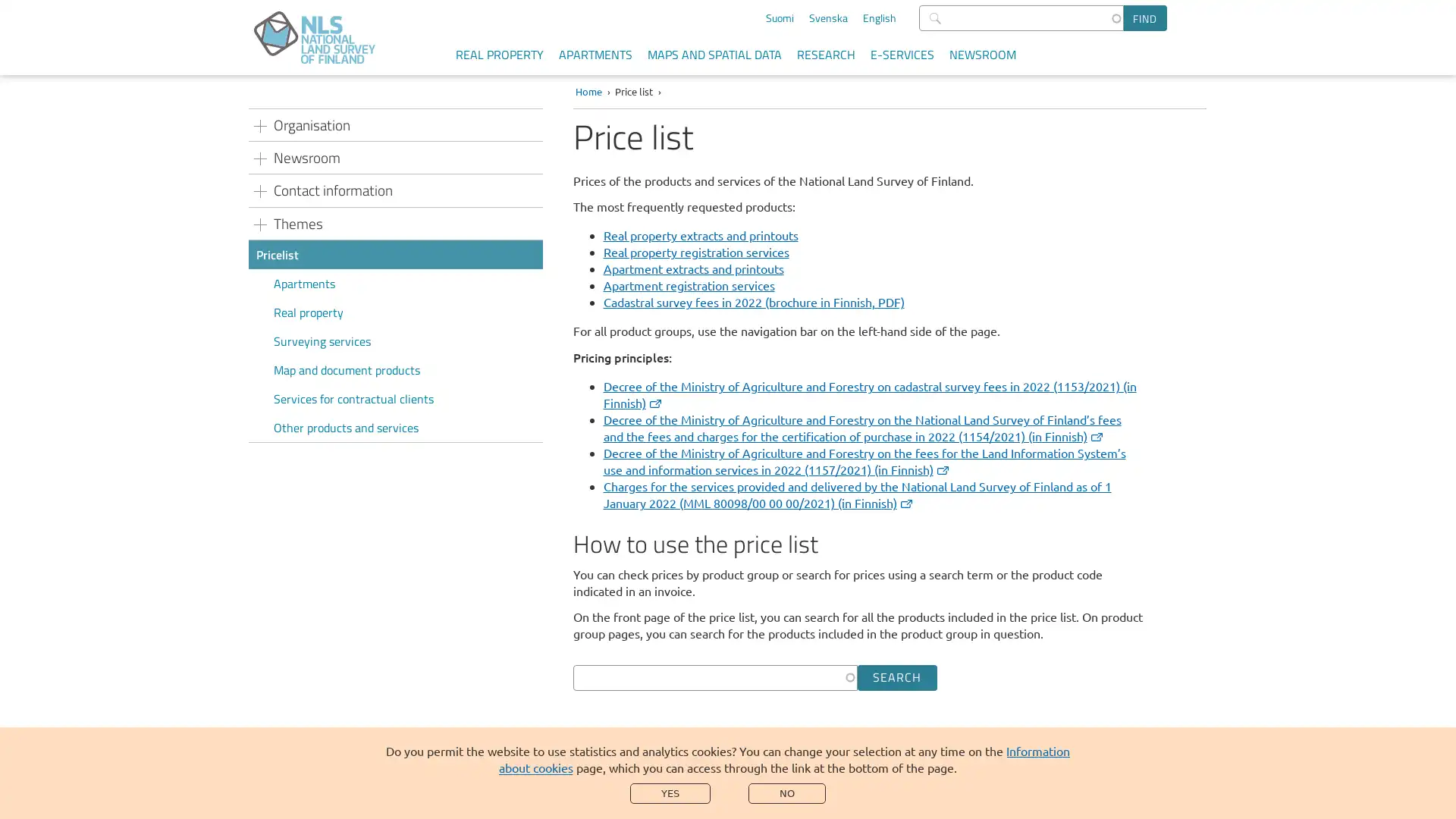 The width and height of the screenshot is (1456, 819). What do you see at coordinates (1145, 17) in the screenshot?
I see `Find` at bounding box center [1145, 17].